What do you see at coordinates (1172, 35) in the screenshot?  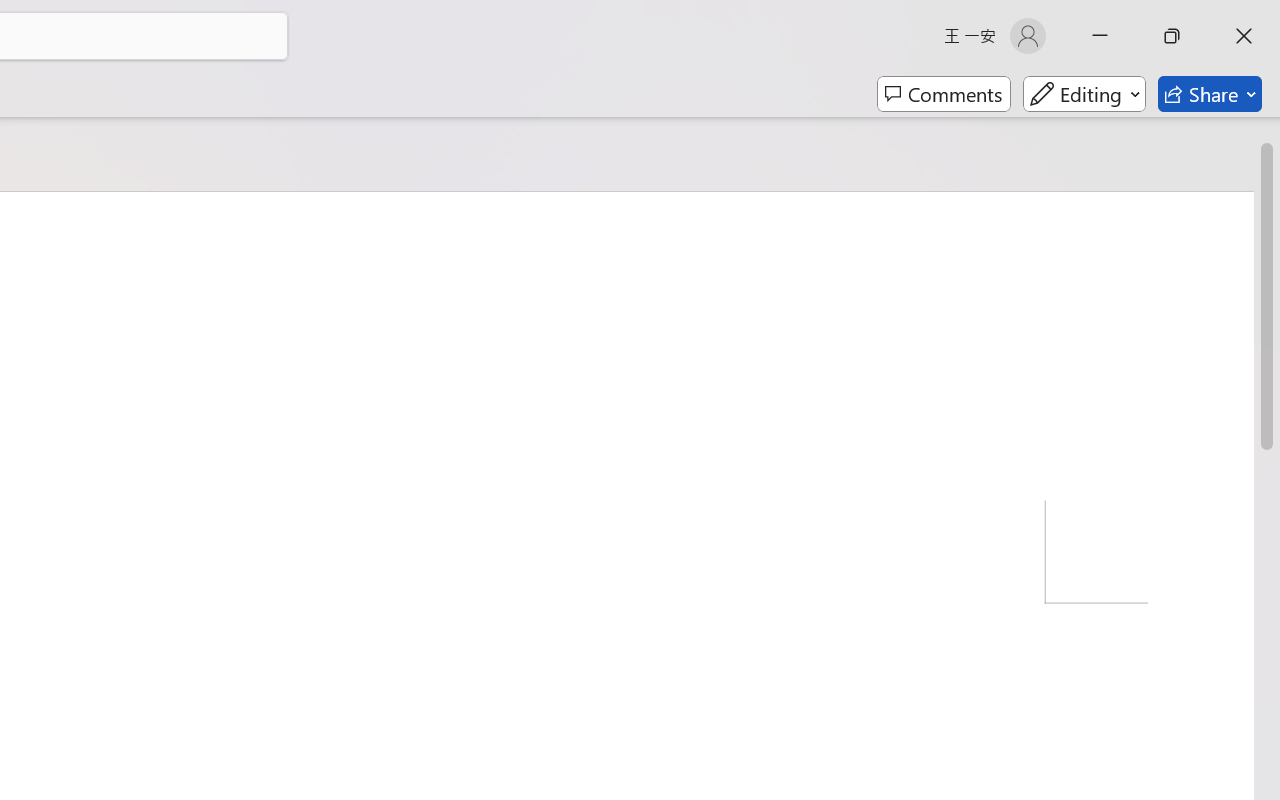 I see `'Restore Down'` at bounding box center [1172, 35].